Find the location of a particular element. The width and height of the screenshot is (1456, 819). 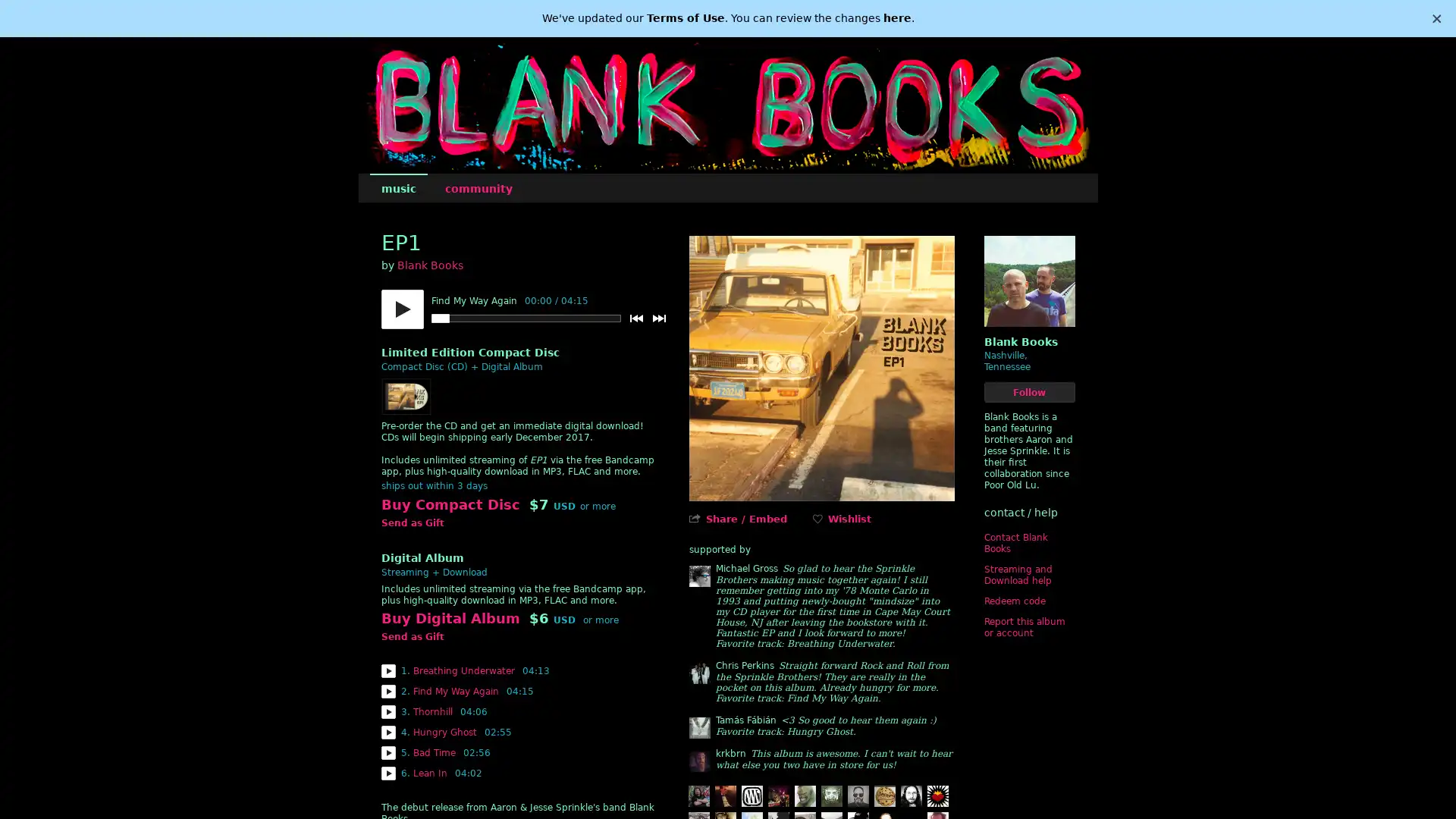

Send as Gift is located at coordinates (412, 637).